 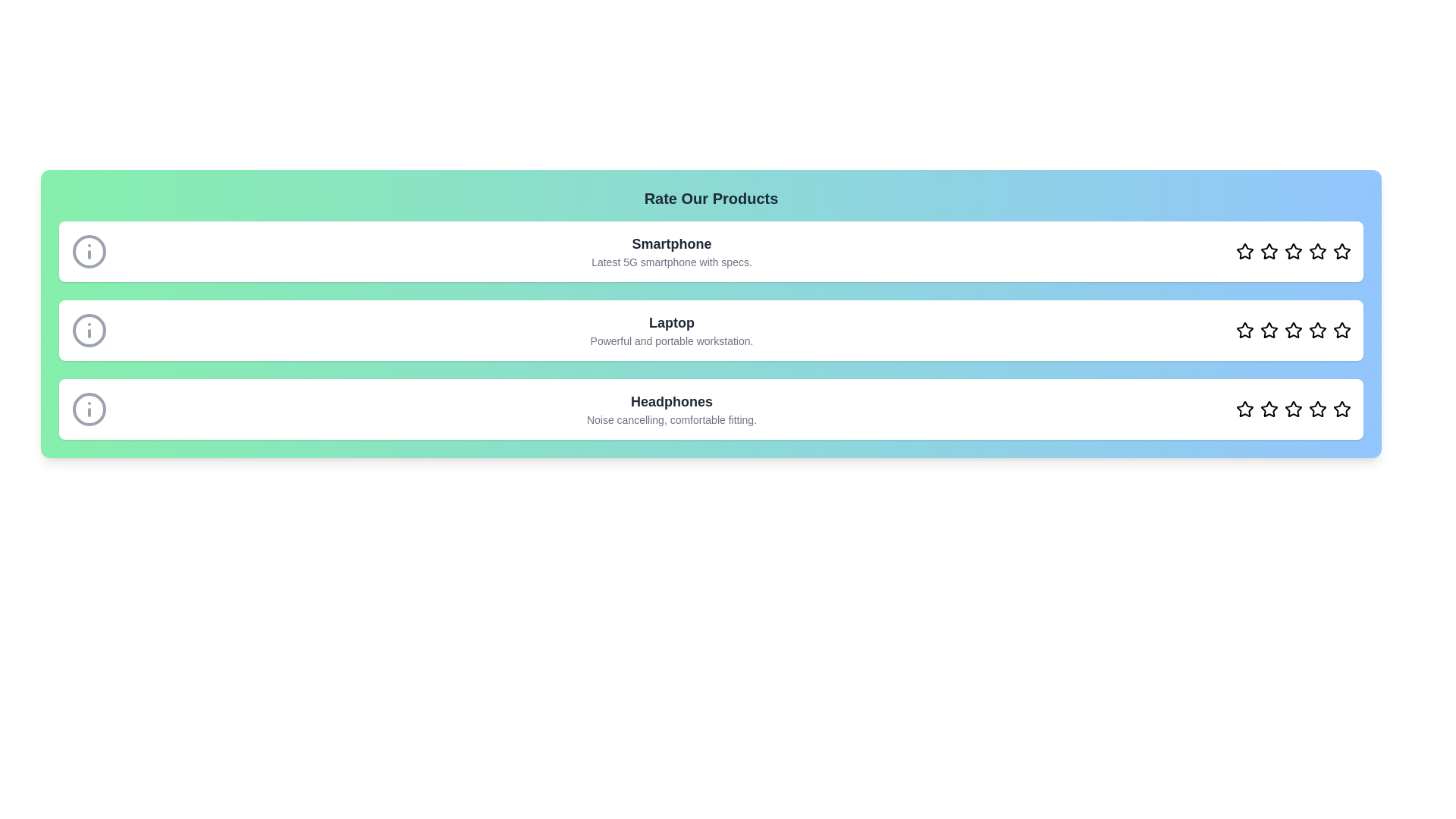 What do you see at coordinates (1292, 409) in the screenshot?
I see `the fourth star icon in the rating interface to rate the 'Headphones' product with a value of four out of five` at bounding box center [1292, 409].